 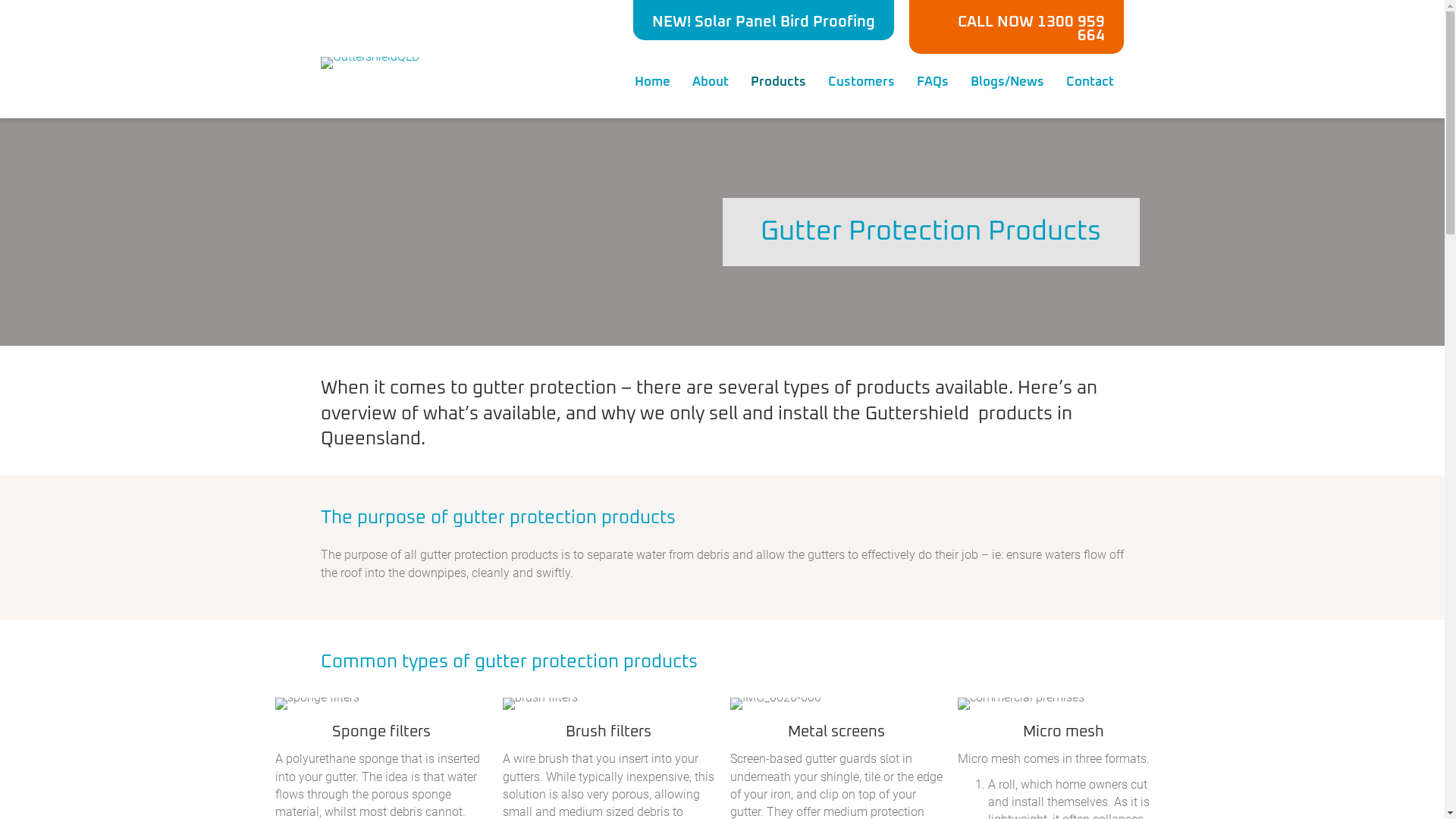 I want to click on 'About', so click(x=709, y=82).